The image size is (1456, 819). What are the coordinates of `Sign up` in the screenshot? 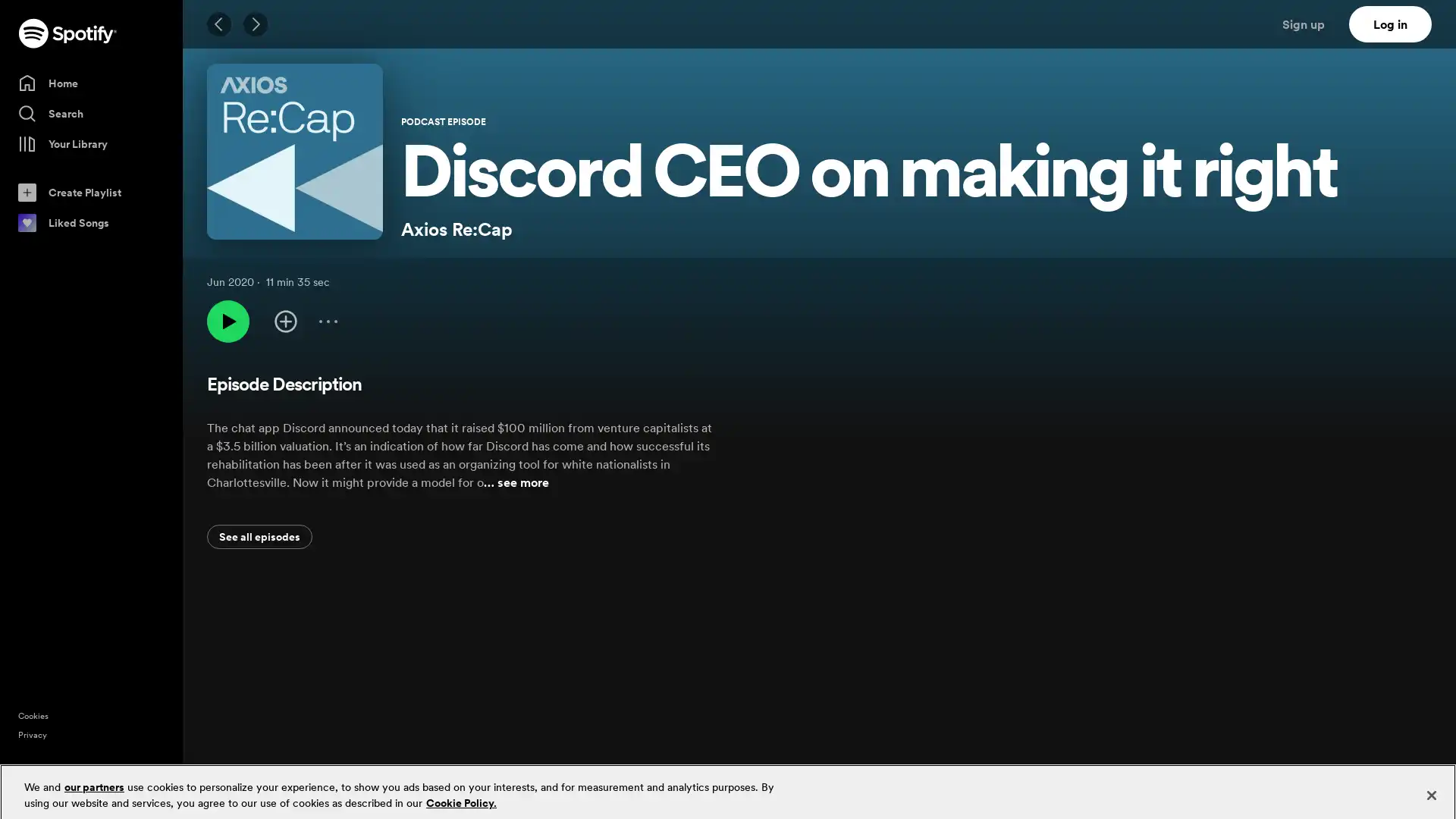 It's located at (1312, 24).